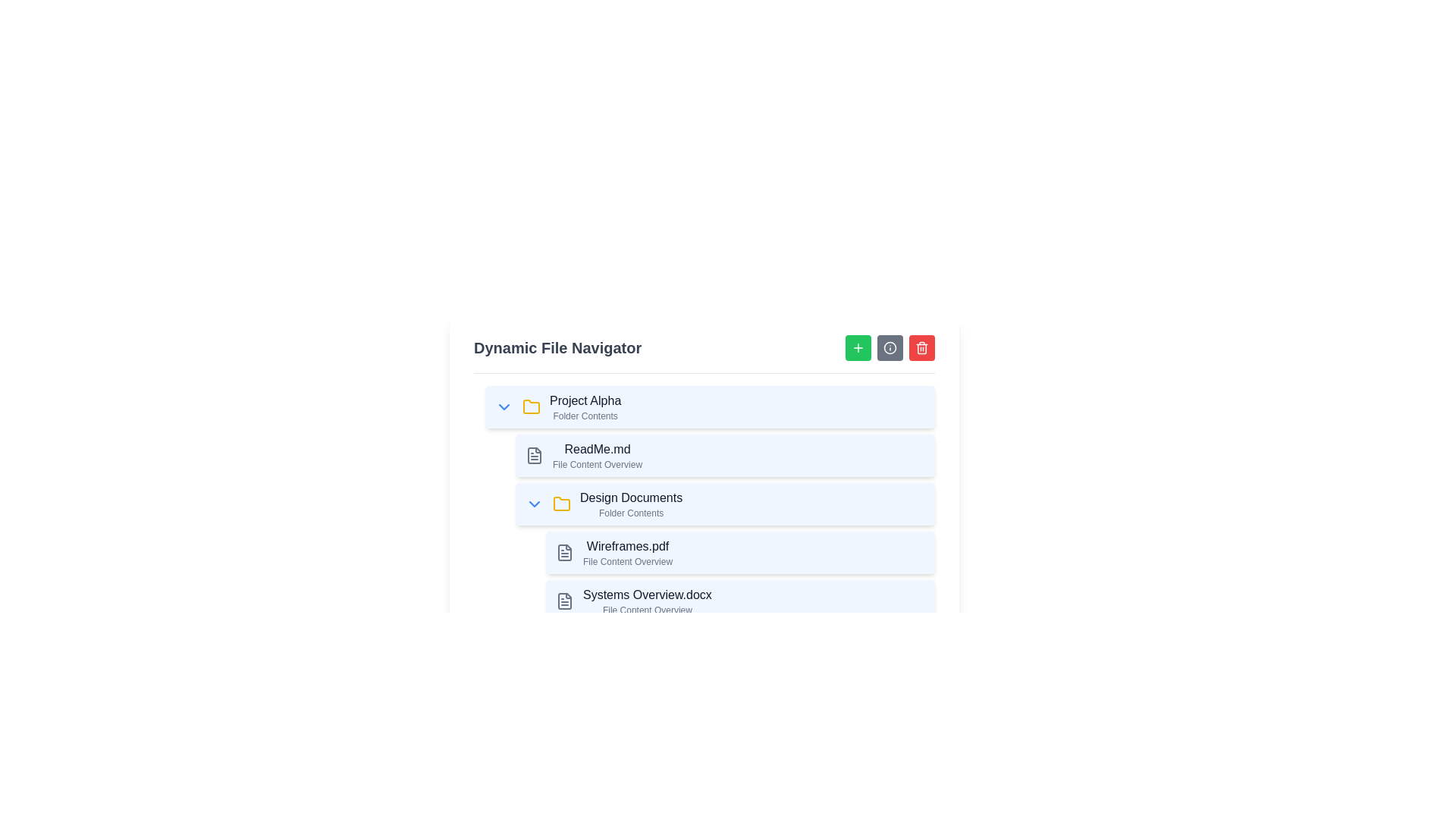  I want to click on the button in the top-right corner of the navigation panel, so click(858, 348).